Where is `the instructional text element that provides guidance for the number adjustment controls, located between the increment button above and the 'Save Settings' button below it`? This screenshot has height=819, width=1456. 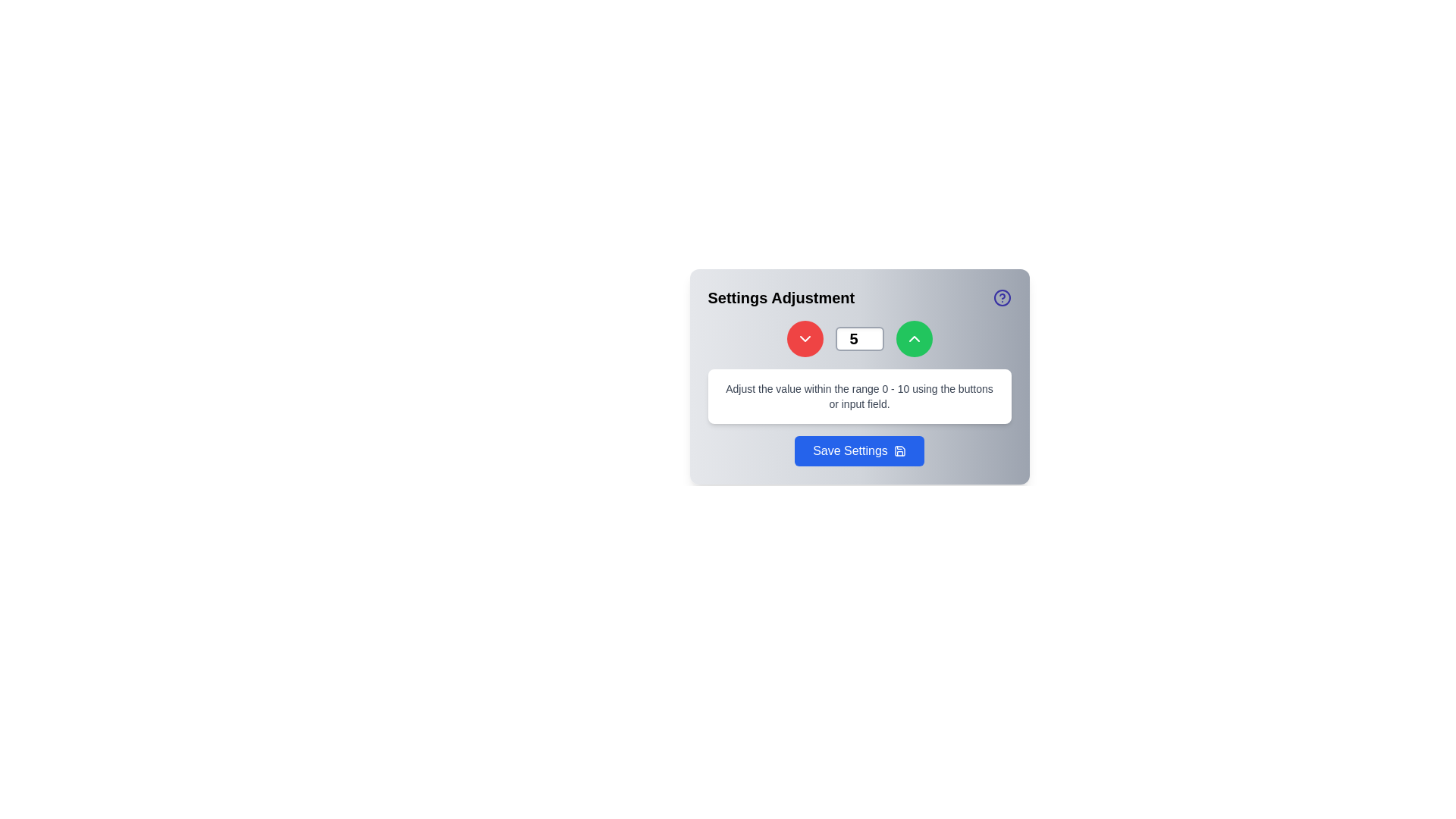
the instructional text element that provides guidance for the number adjustment controls, located between the increment button above and the 'Save Settings' button below it is located at coordinates (859, 396).